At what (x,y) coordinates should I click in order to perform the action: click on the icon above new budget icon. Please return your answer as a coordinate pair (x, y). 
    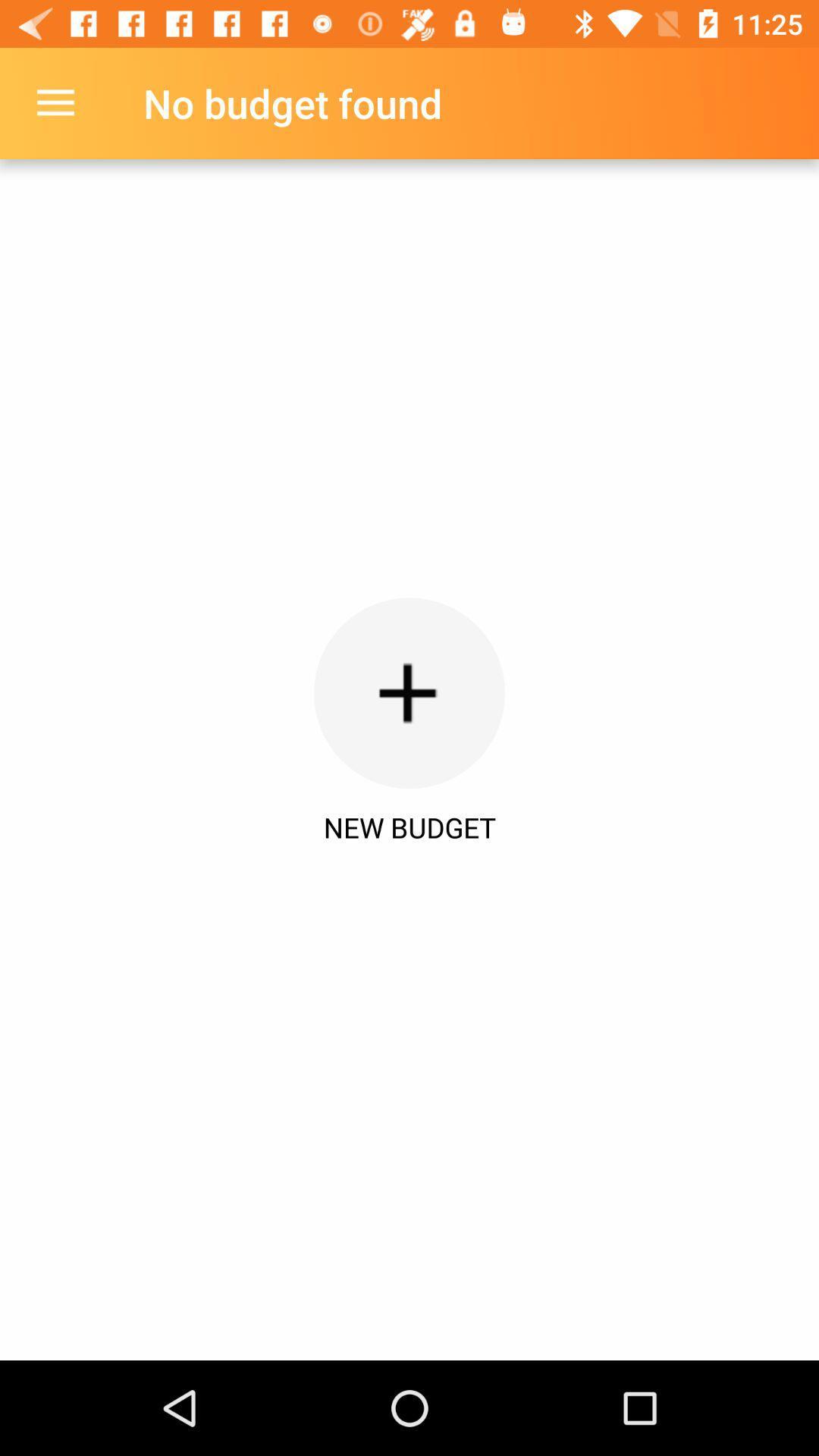
    Looking at the image, I should click on (409, 692).